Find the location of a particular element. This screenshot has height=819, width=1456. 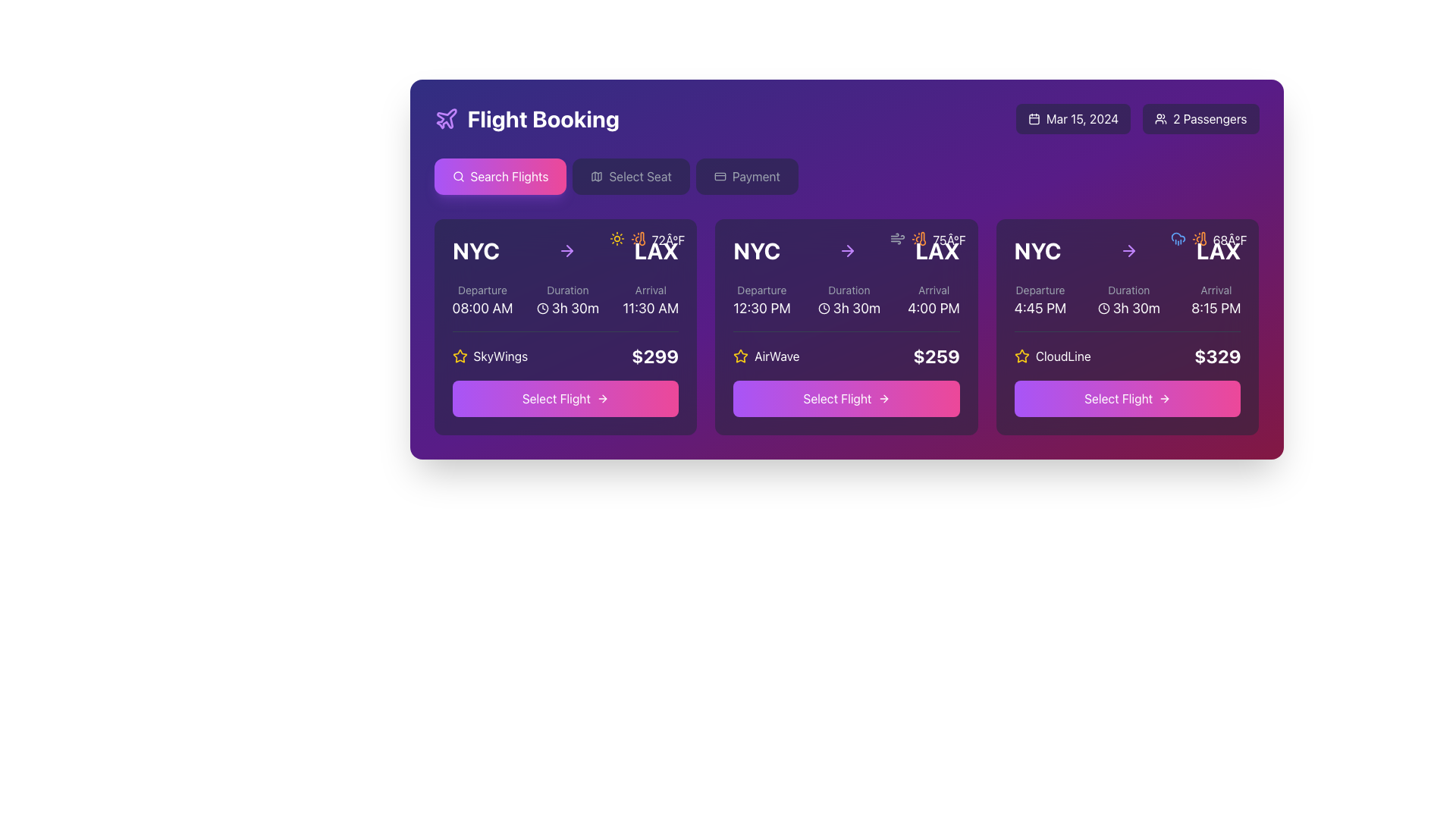

the vertical thermometer icon with a gradient orange hue in the top-right corner of the second flight details card is located at coordinates (922, 239).